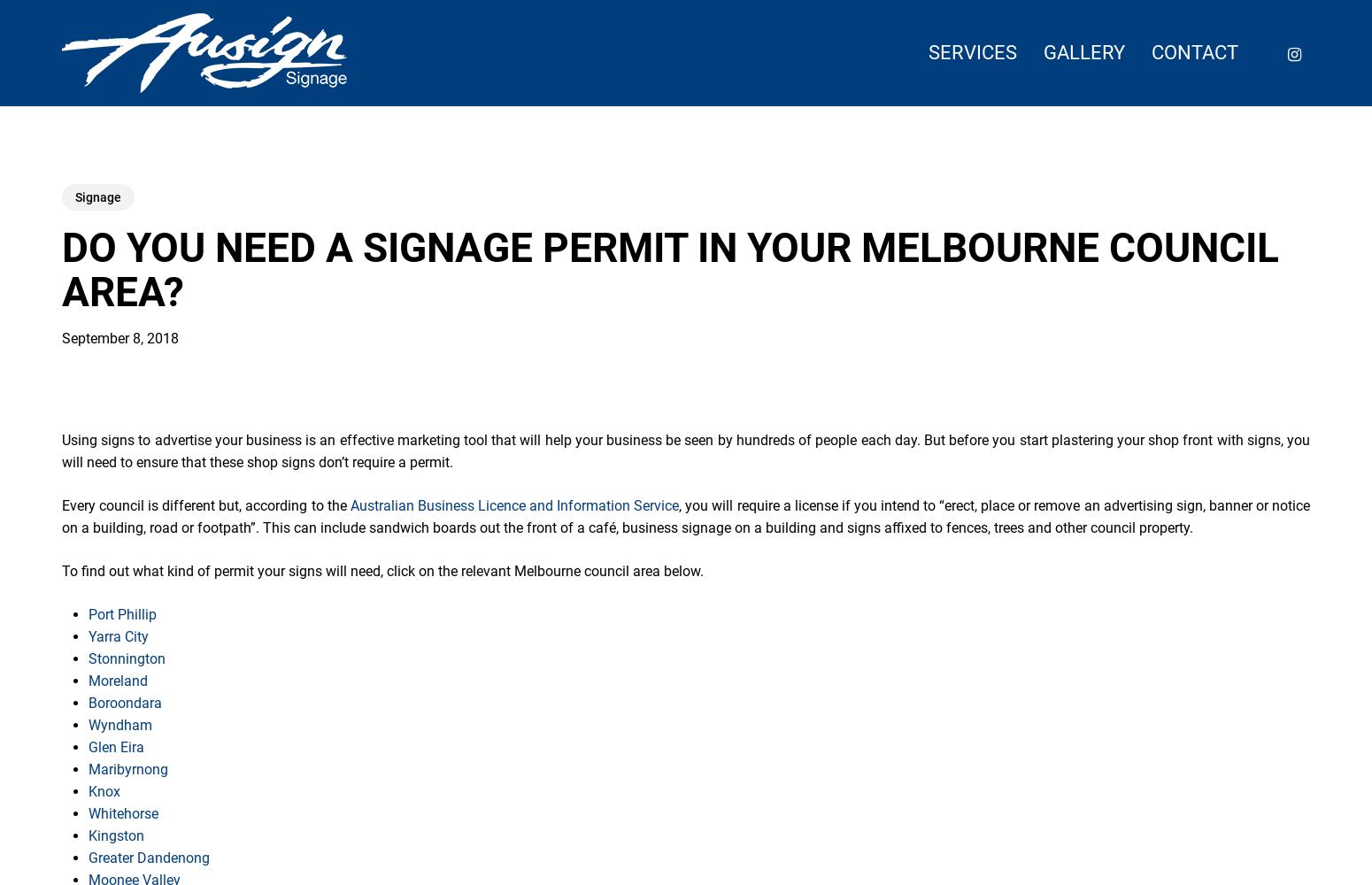  I want to click on 'Australian Business Licence and Information Service', so click(349, 504).